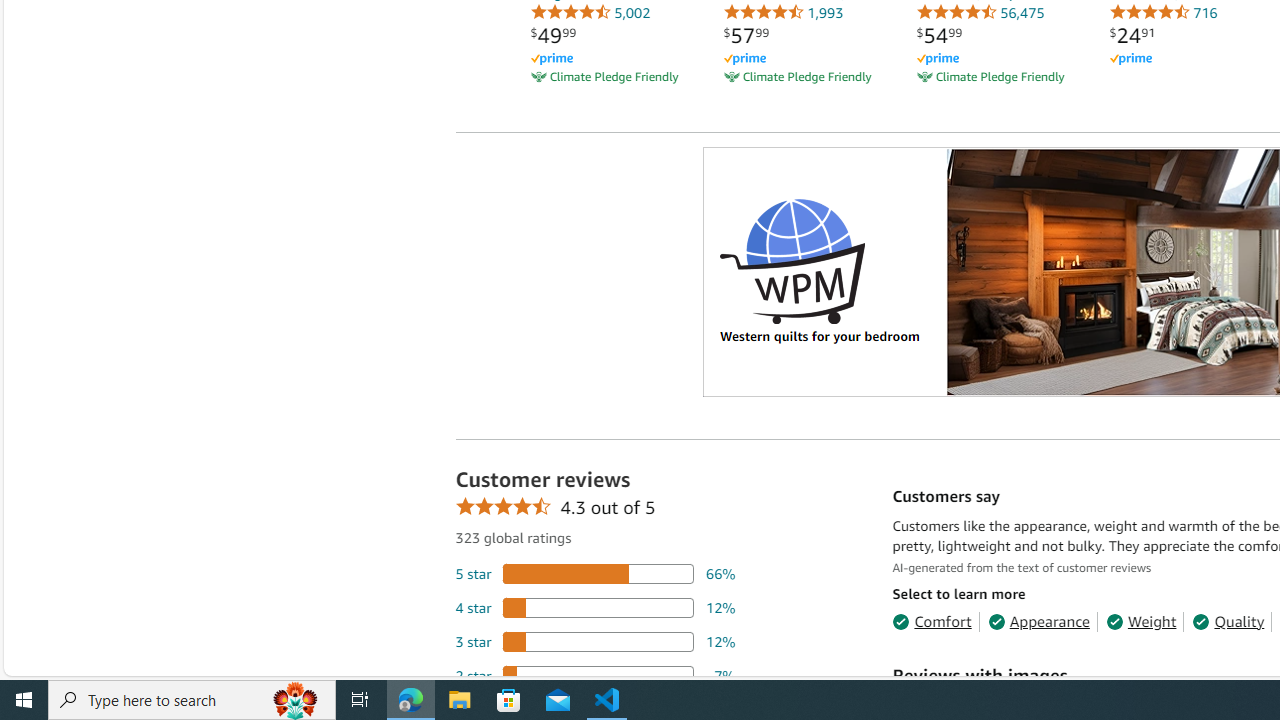 The width and height of the screenshot is (1280, 720). What do you see at coordinates (594, 641) in the screenshot?
I see `'12 percent of reviews have 3 stars'` at bounding box center [594, 641].